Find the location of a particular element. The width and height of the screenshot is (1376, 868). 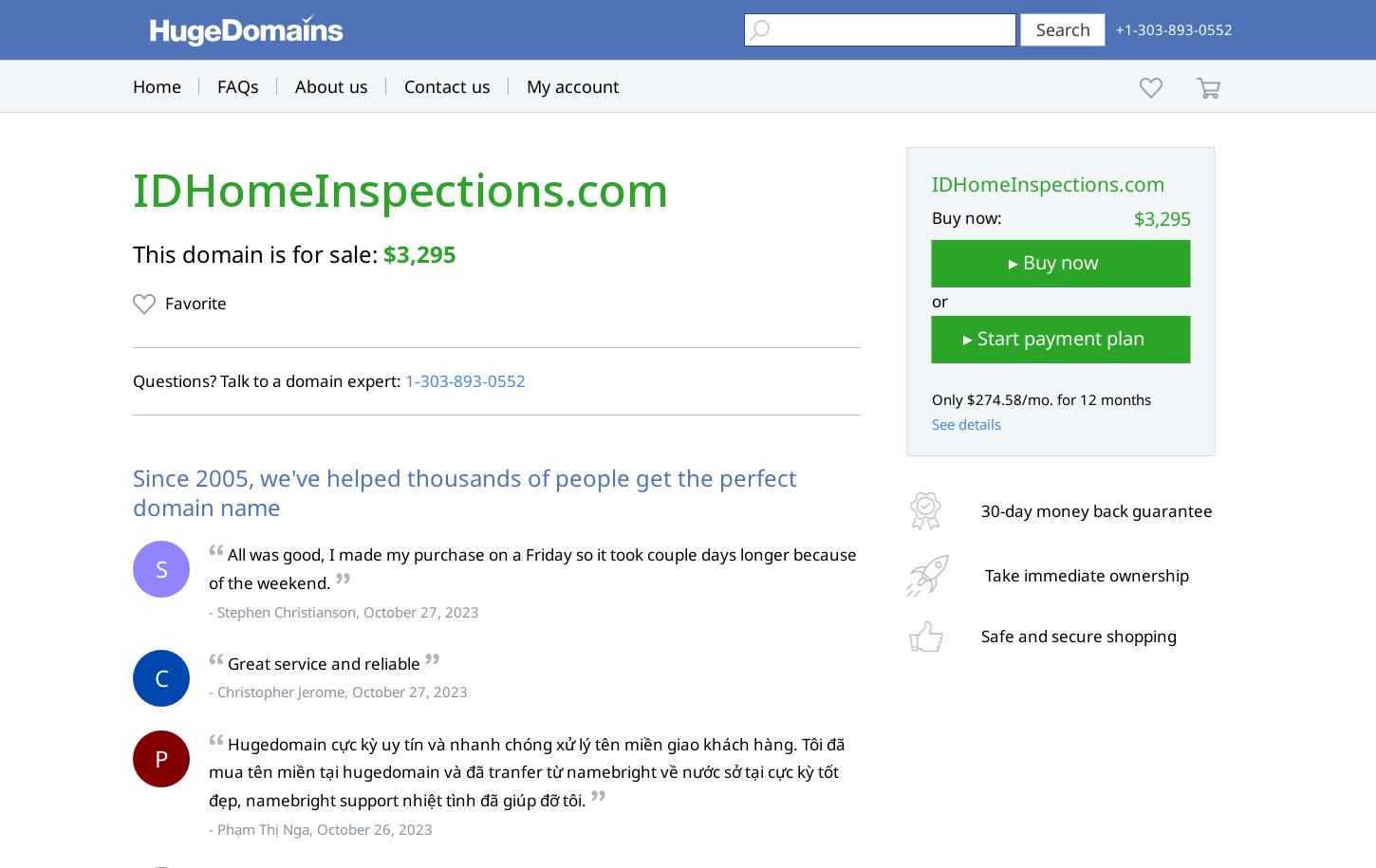

'About us' is located at coordinates (331, 85).